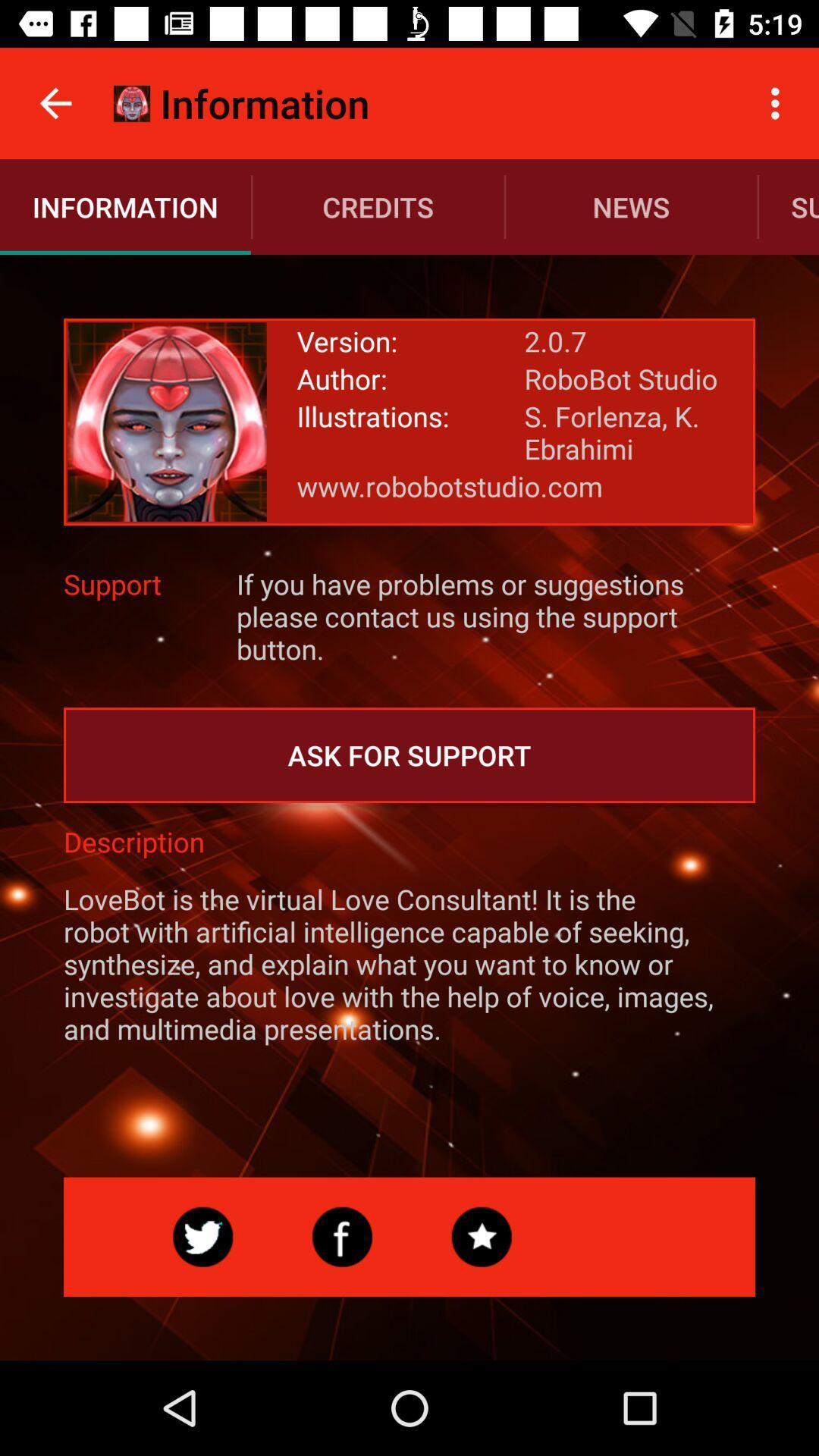 Image resolution: width=819 pixels, height=1456 pixels. What do you see at coordinates (482, 1237) in the screenshot?
I see `the star icon` at bounding box center [482, 1237].